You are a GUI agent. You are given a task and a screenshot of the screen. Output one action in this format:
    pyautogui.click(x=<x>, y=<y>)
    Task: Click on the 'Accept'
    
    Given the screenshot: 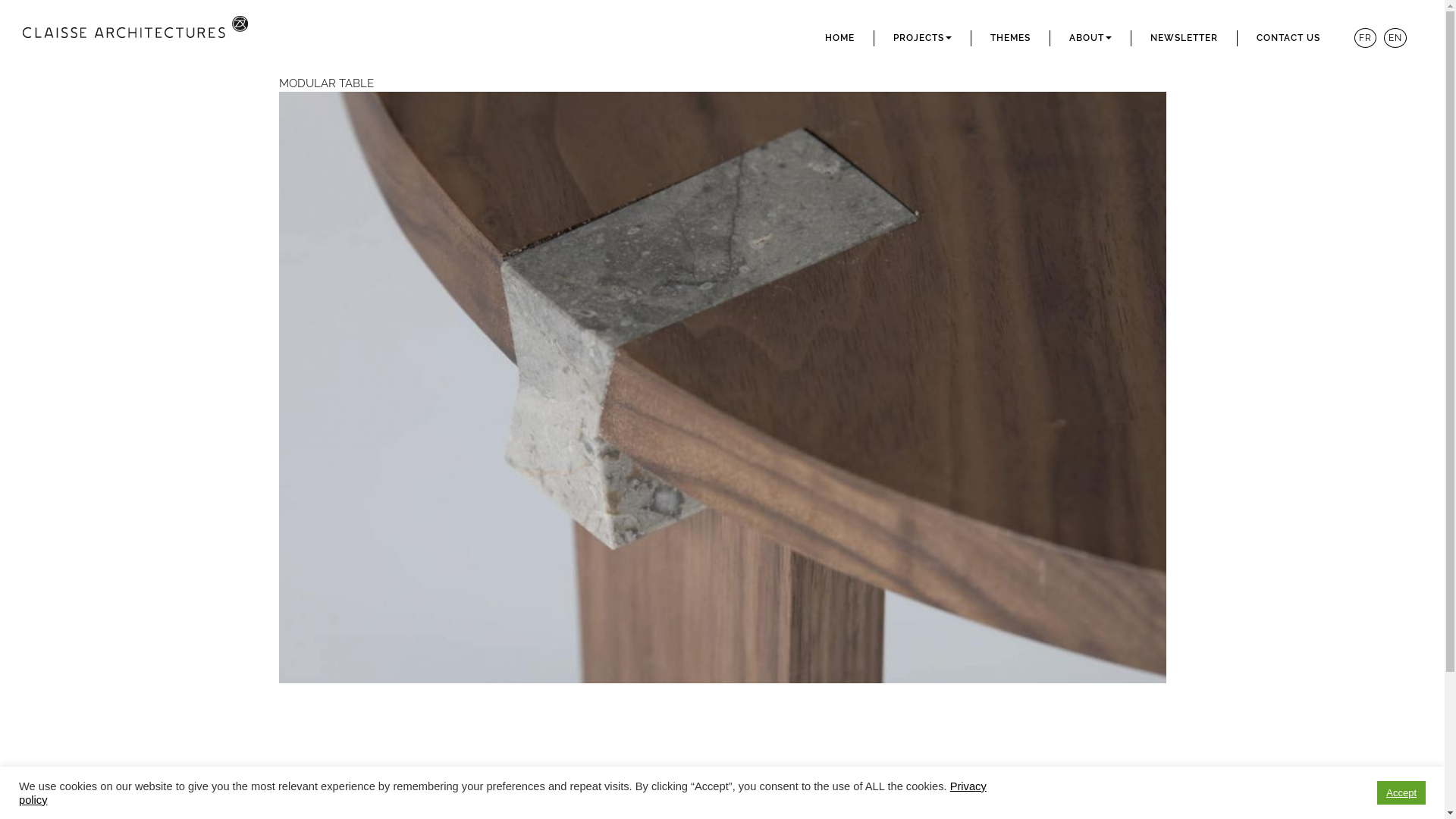 What is the action you would take?
    pyautogui.click(x=1401, y=792)
    